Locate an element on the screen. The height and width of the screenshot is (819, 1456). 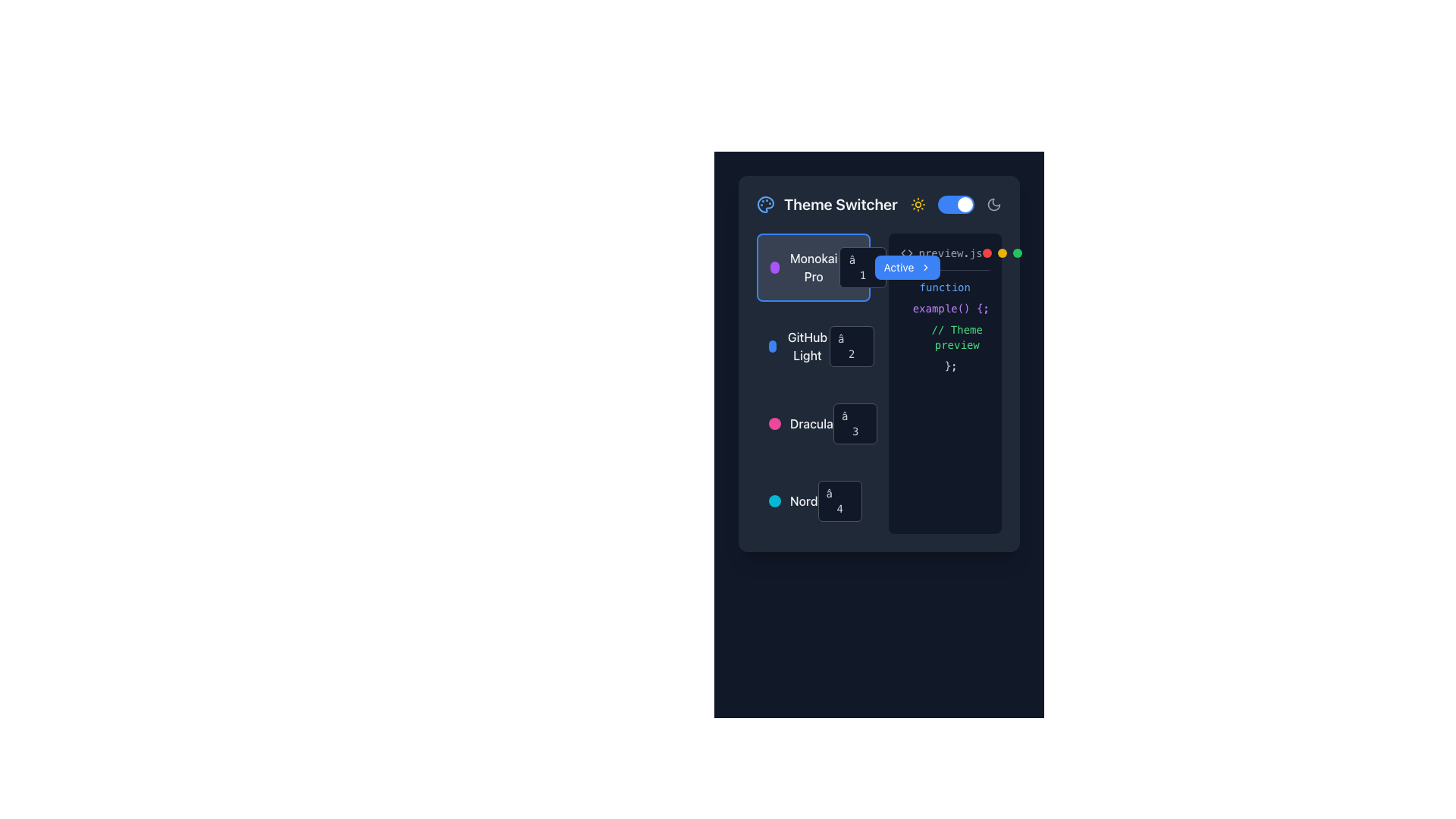
the circular white toggle on the right side of the horizontal toggle switch is located at coordinates (955, 205).